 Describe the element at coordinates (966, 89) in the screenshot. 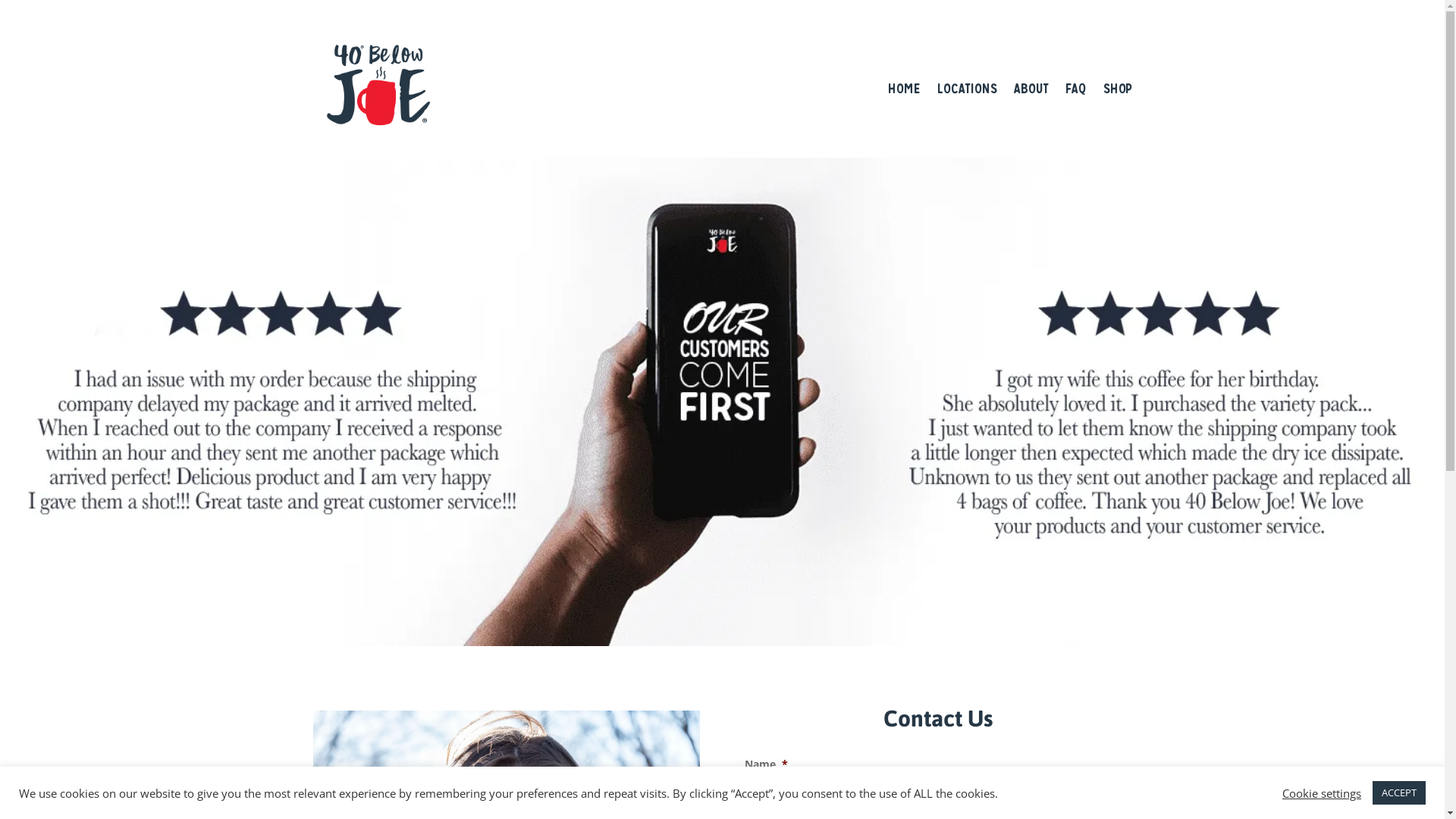

I see `'LOCATIONS'` at that location.